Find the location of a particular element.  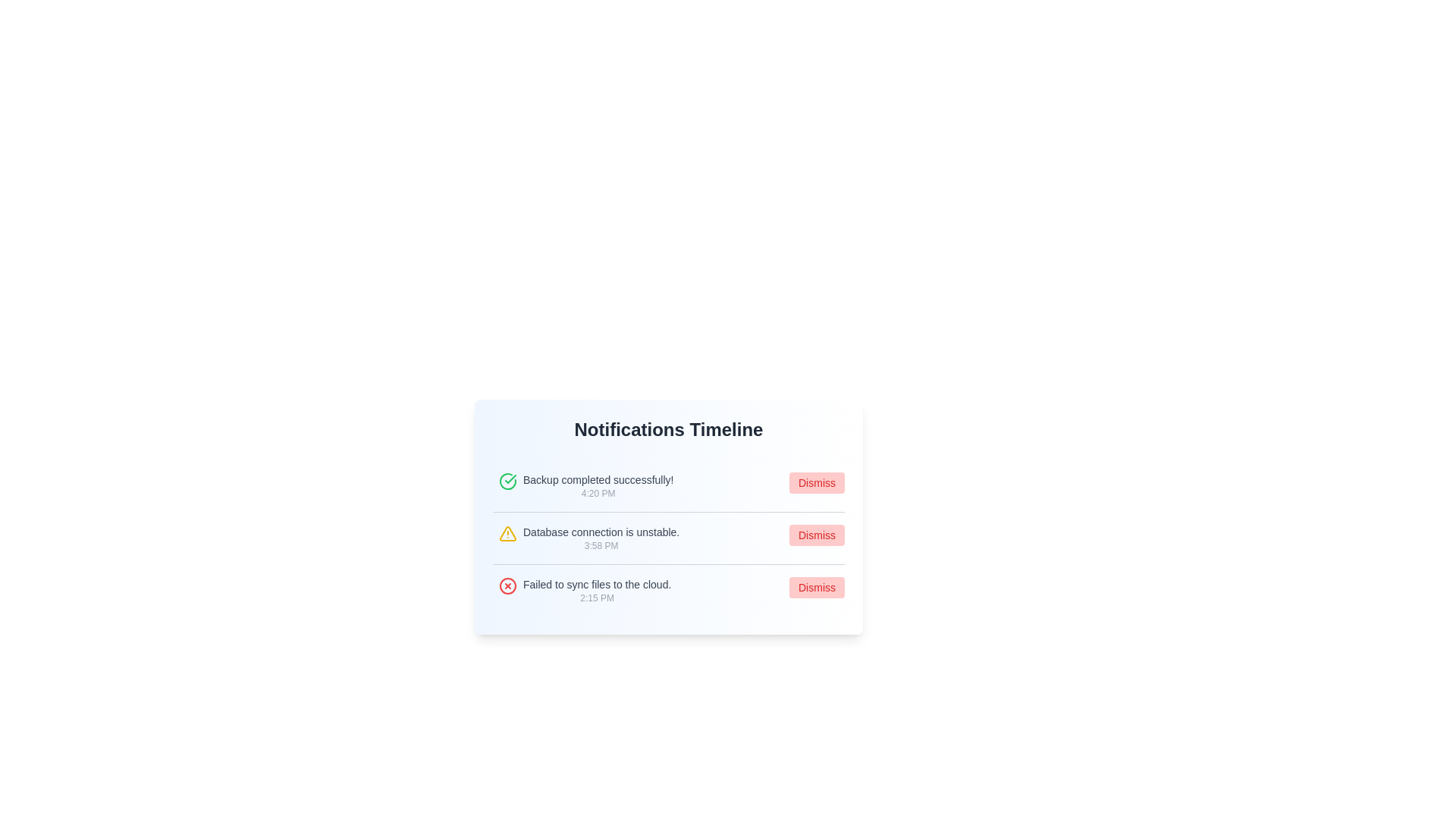

the first icon in the notification list that indicates a successful operation, located next to the text 'Backup completed successfully! 4:20 PM' is located at coordinates (508, 482).